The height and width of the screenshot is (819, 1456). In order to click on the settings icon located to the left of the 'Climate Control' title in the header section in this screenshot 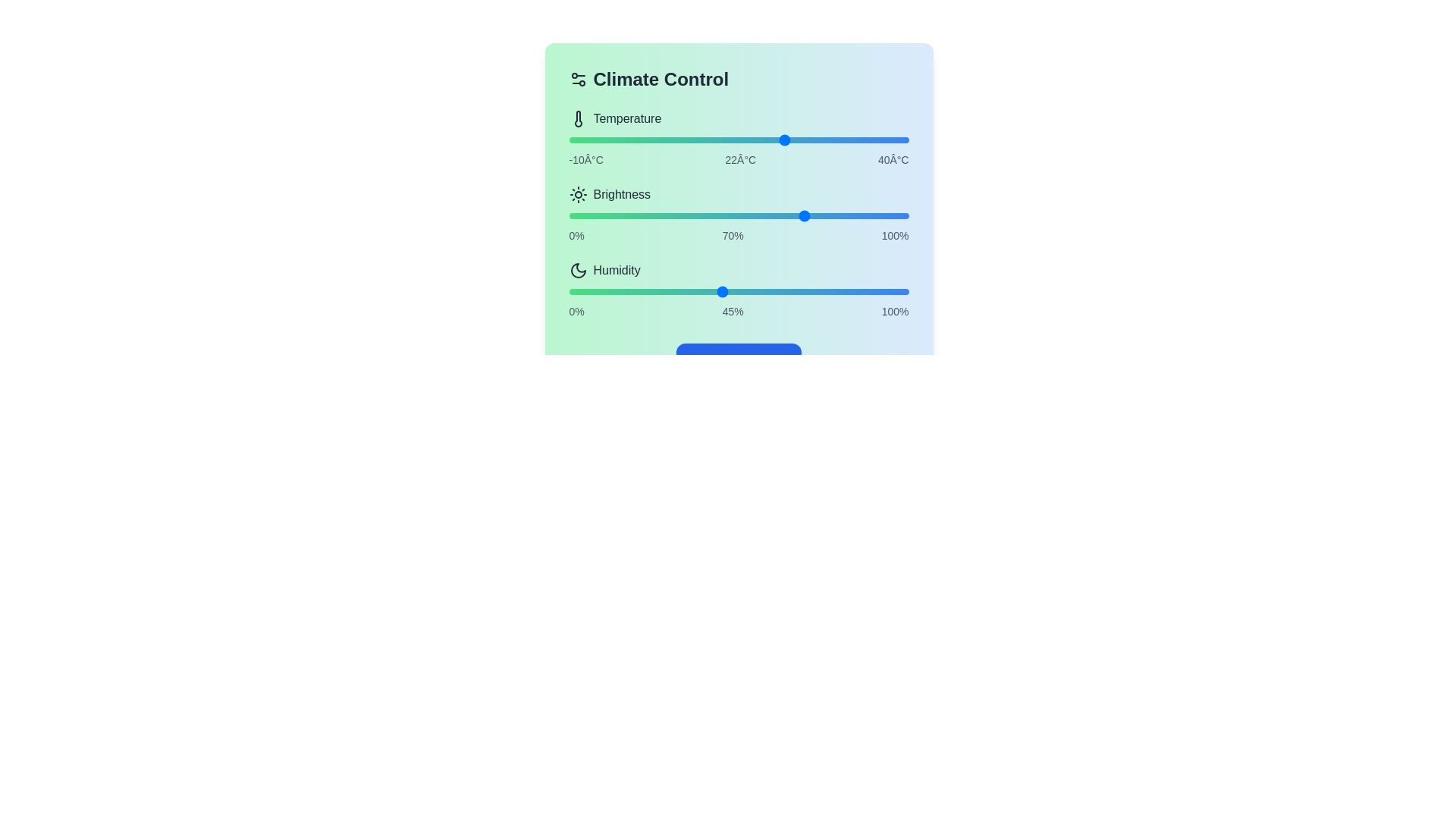, I will do `click(577, 79)`.